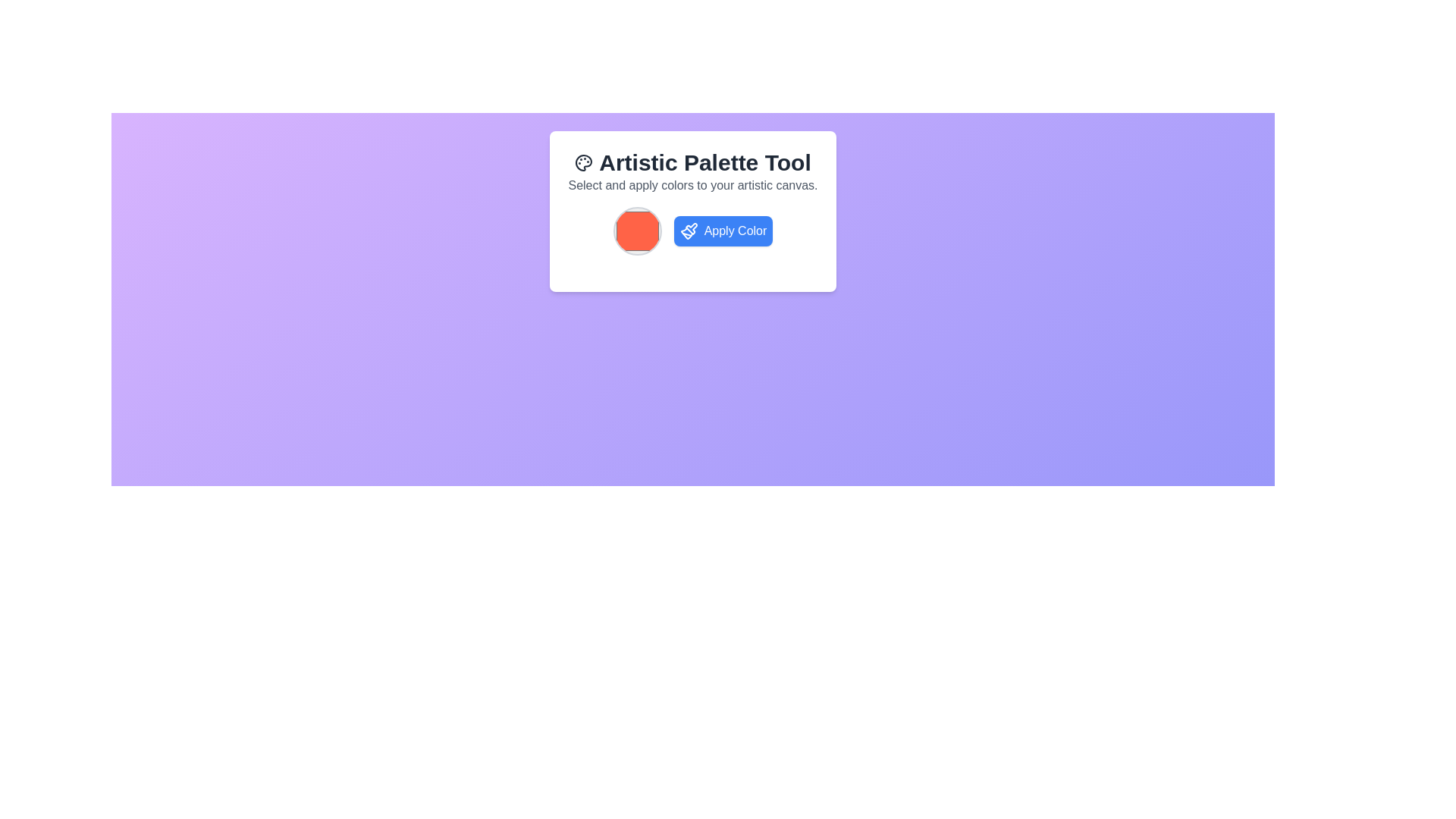  Describe the element at coordinates (692, 211) in the screenshot. I see `the title 'Artistic Palette Tool' in the informational panel with a white background and rounded edges` at that location.